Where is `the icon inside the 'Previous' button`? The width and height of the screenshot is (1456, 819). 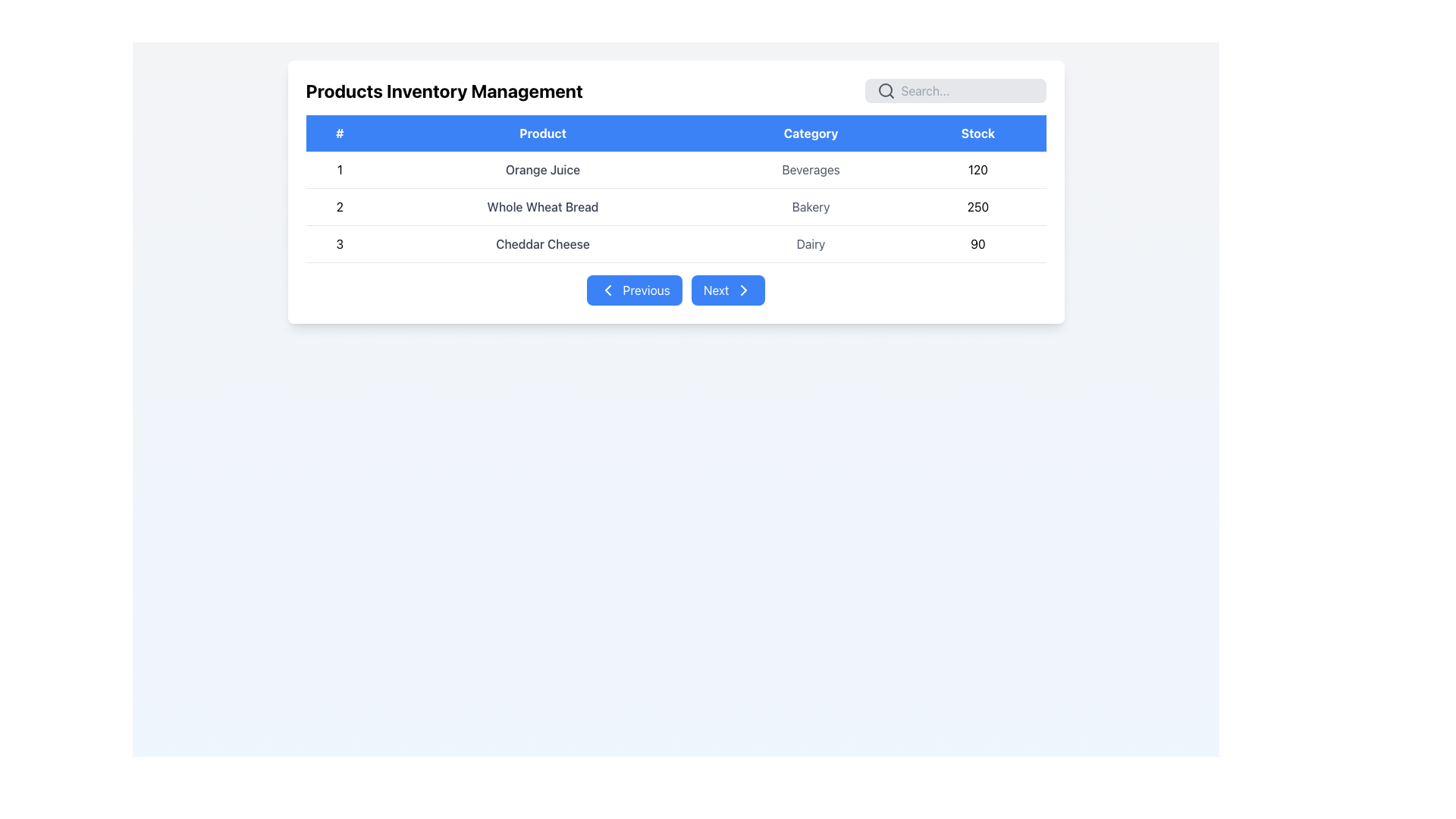
the icon inside the 'Previous' button is located at coordinates (607, 290).